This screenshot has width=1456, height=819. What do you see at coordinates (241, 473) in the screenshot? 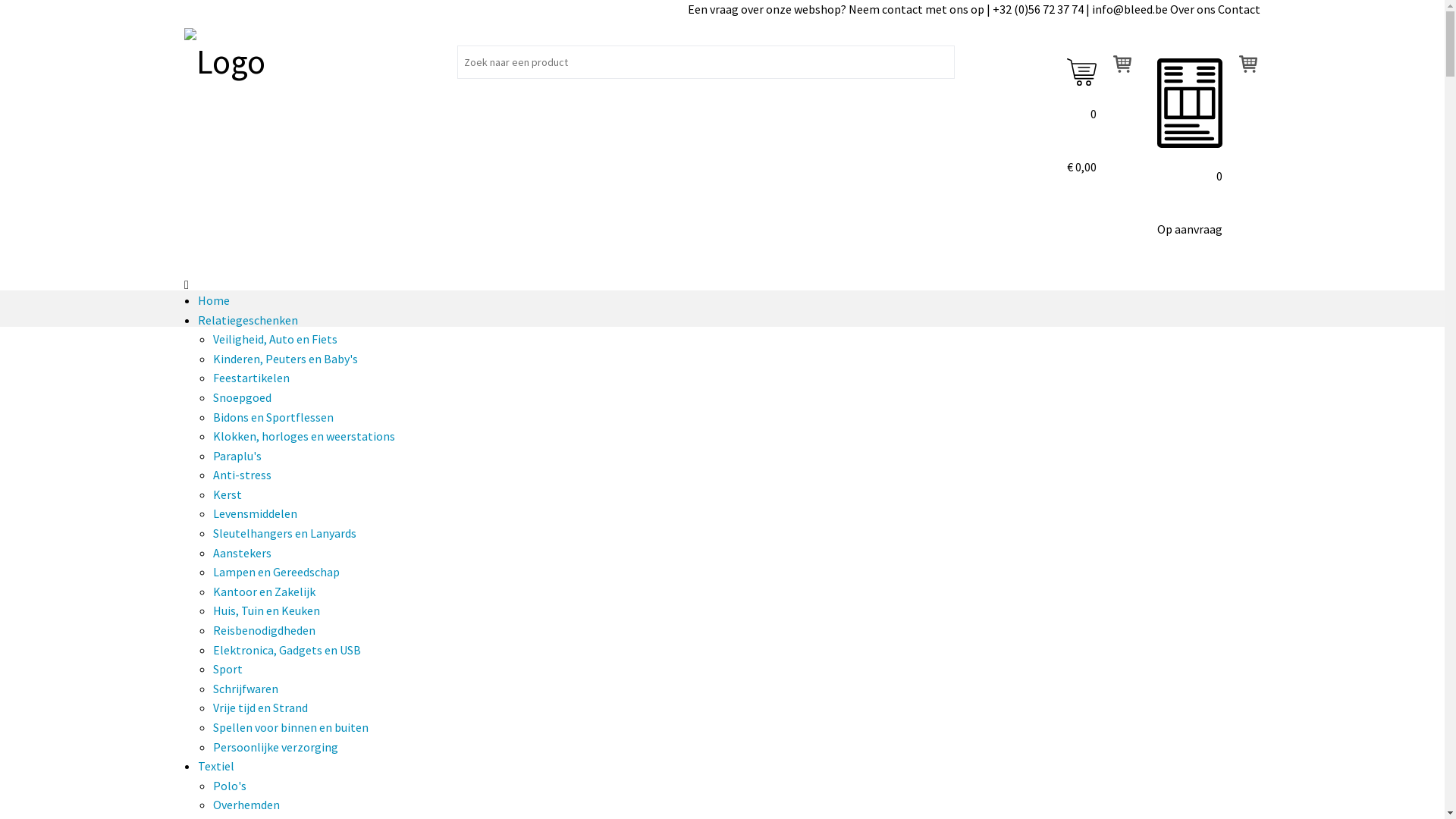
I see `'Anti-stress'` at bounding box center [241, 473].